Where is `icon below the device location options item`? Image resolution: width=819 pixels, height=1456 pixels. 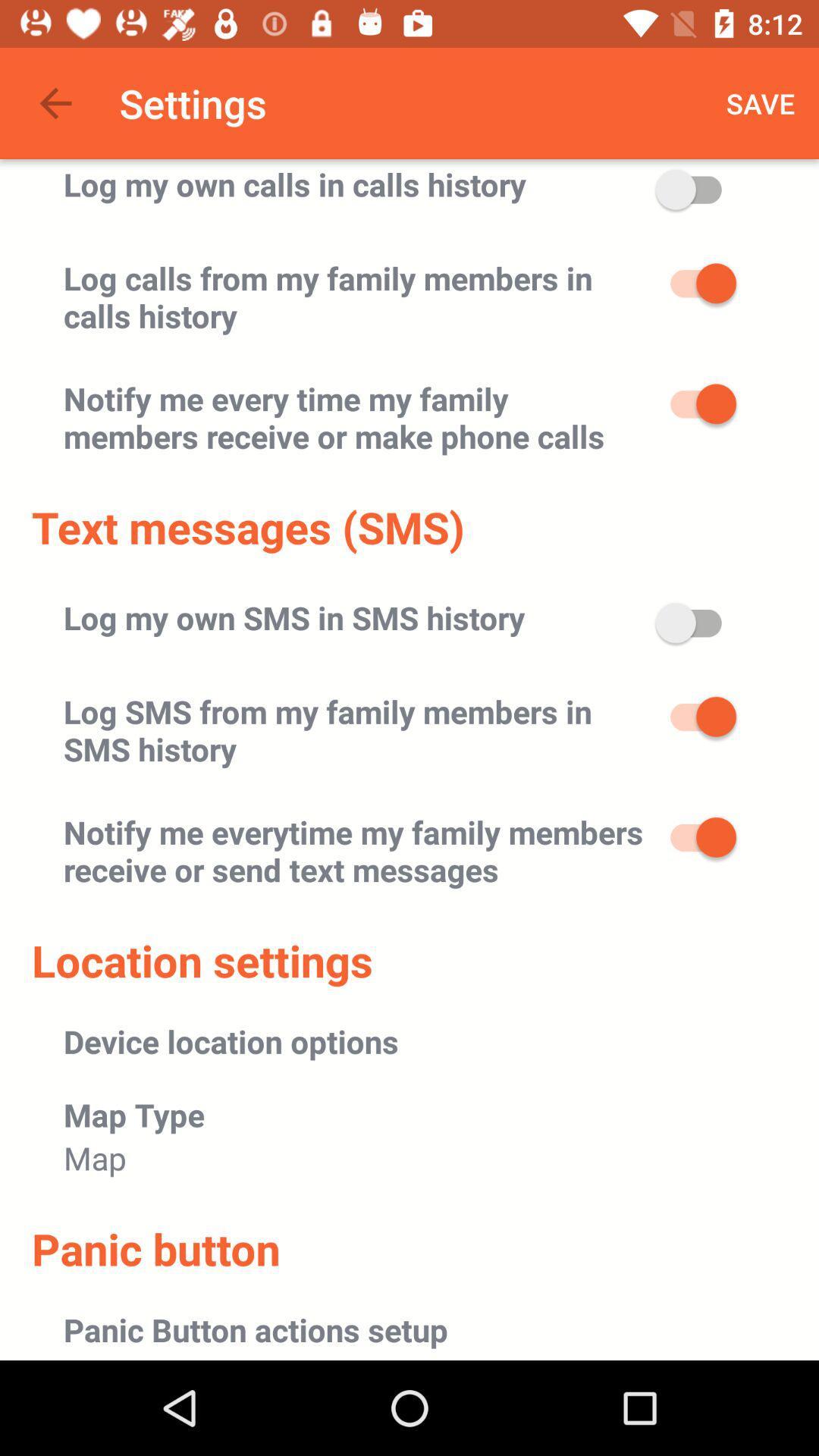 icon below the device location options item is located at coordinates (133, 1114).